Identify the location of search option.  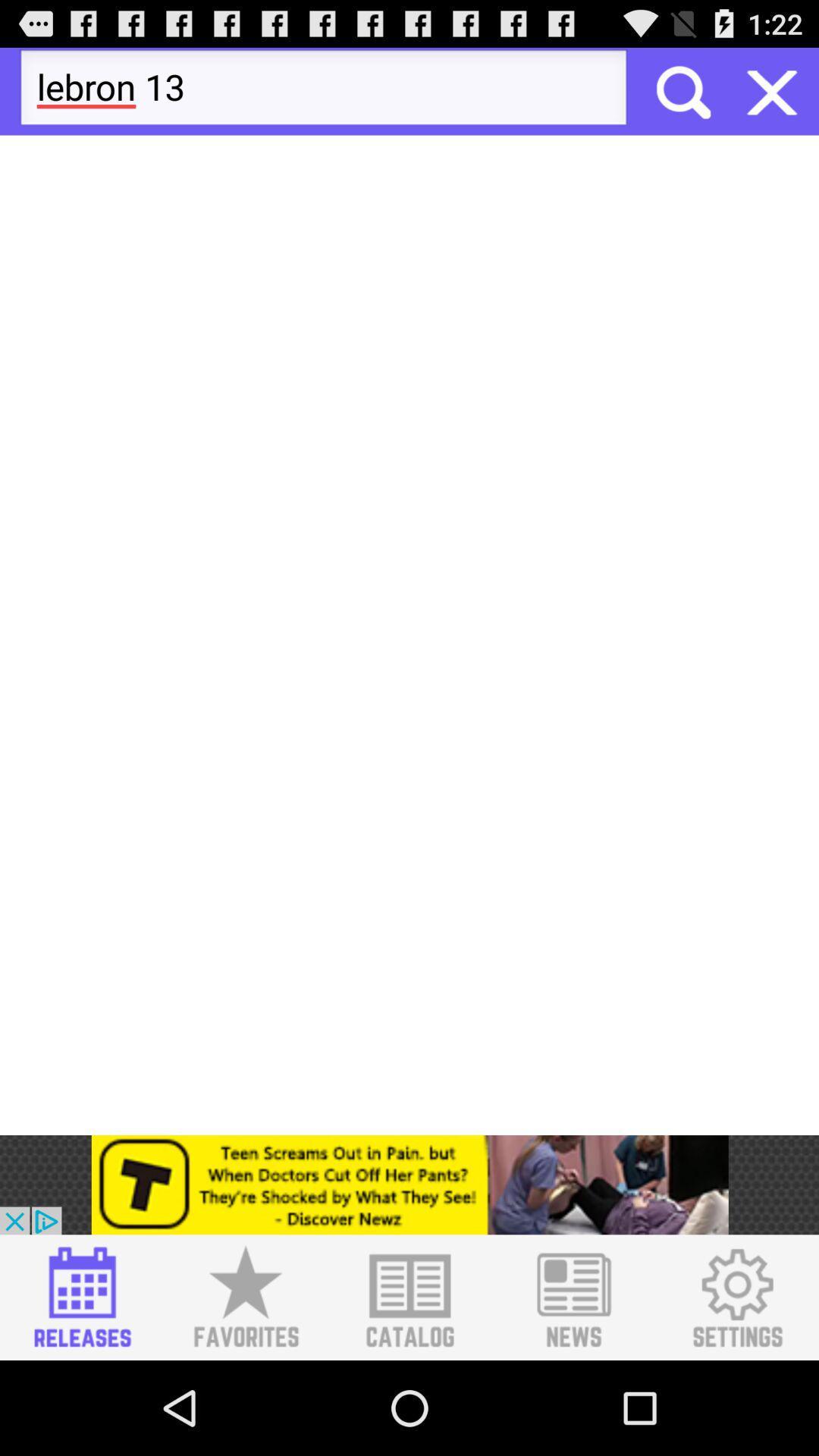
(681, 90).